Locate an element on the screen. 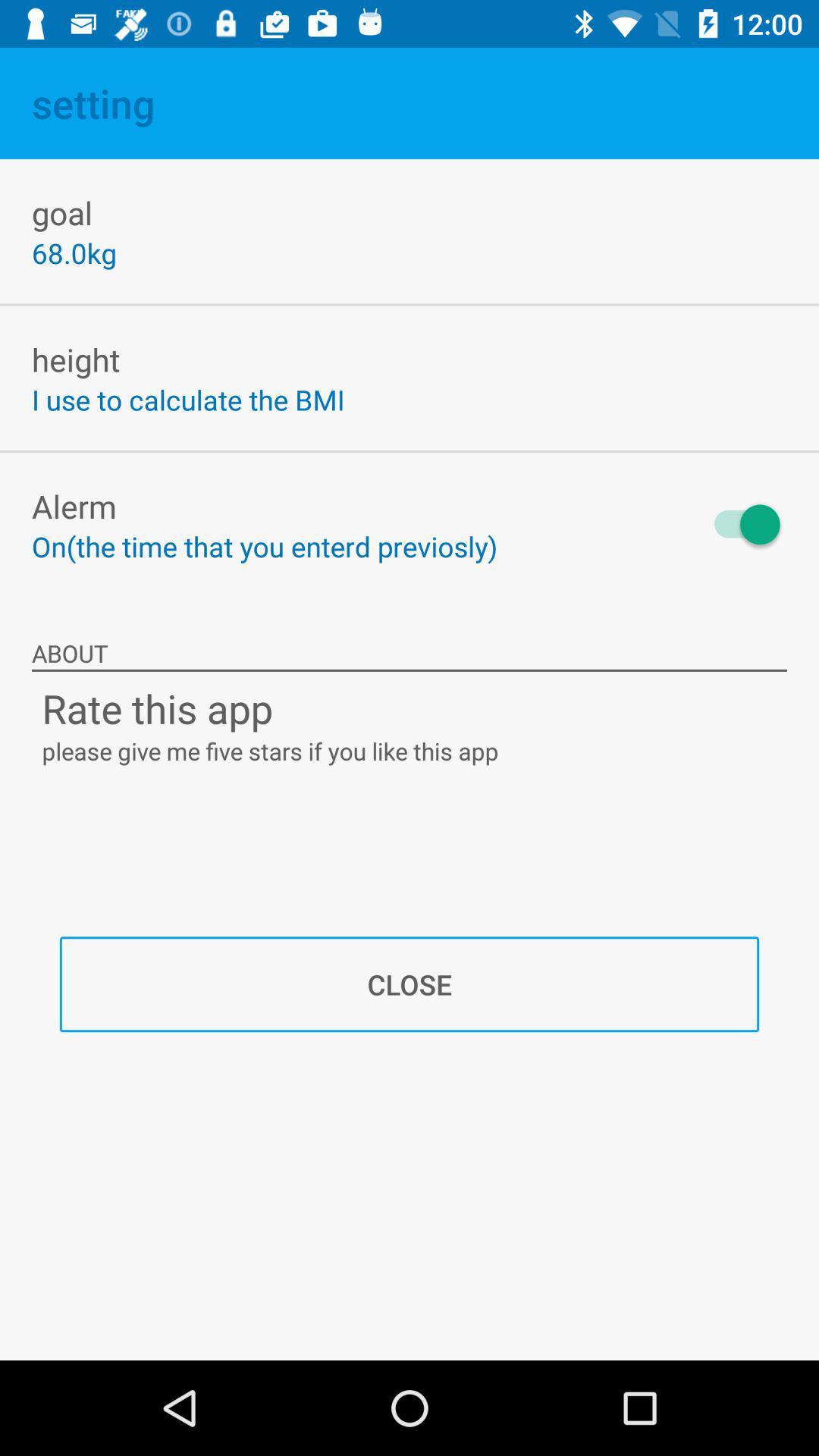  close is located at coordinates (409, 984).